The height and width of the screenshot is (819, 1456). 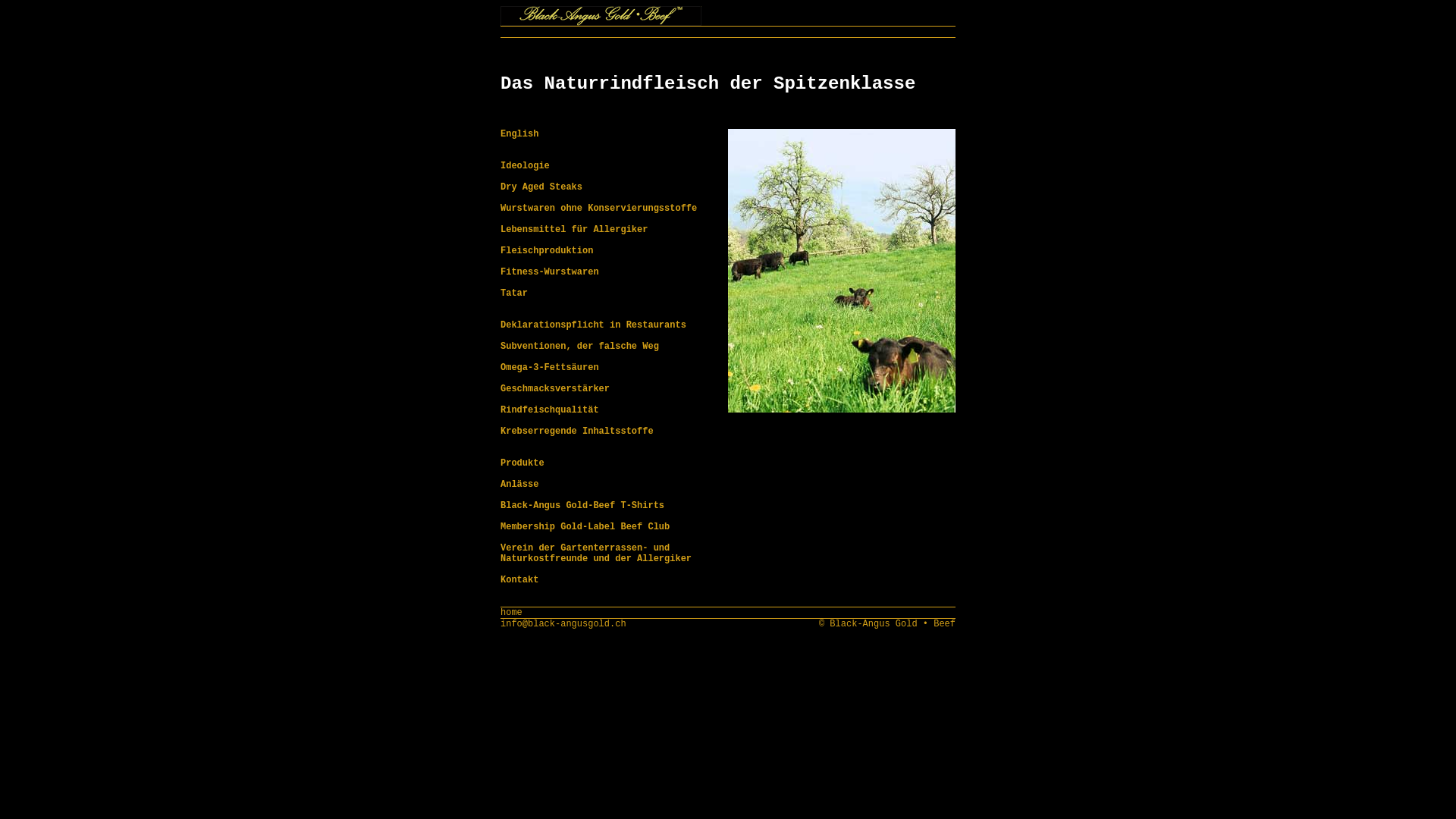 I want to click on 'Subventionen, der falsche Weg', so click(x=500, y=346).